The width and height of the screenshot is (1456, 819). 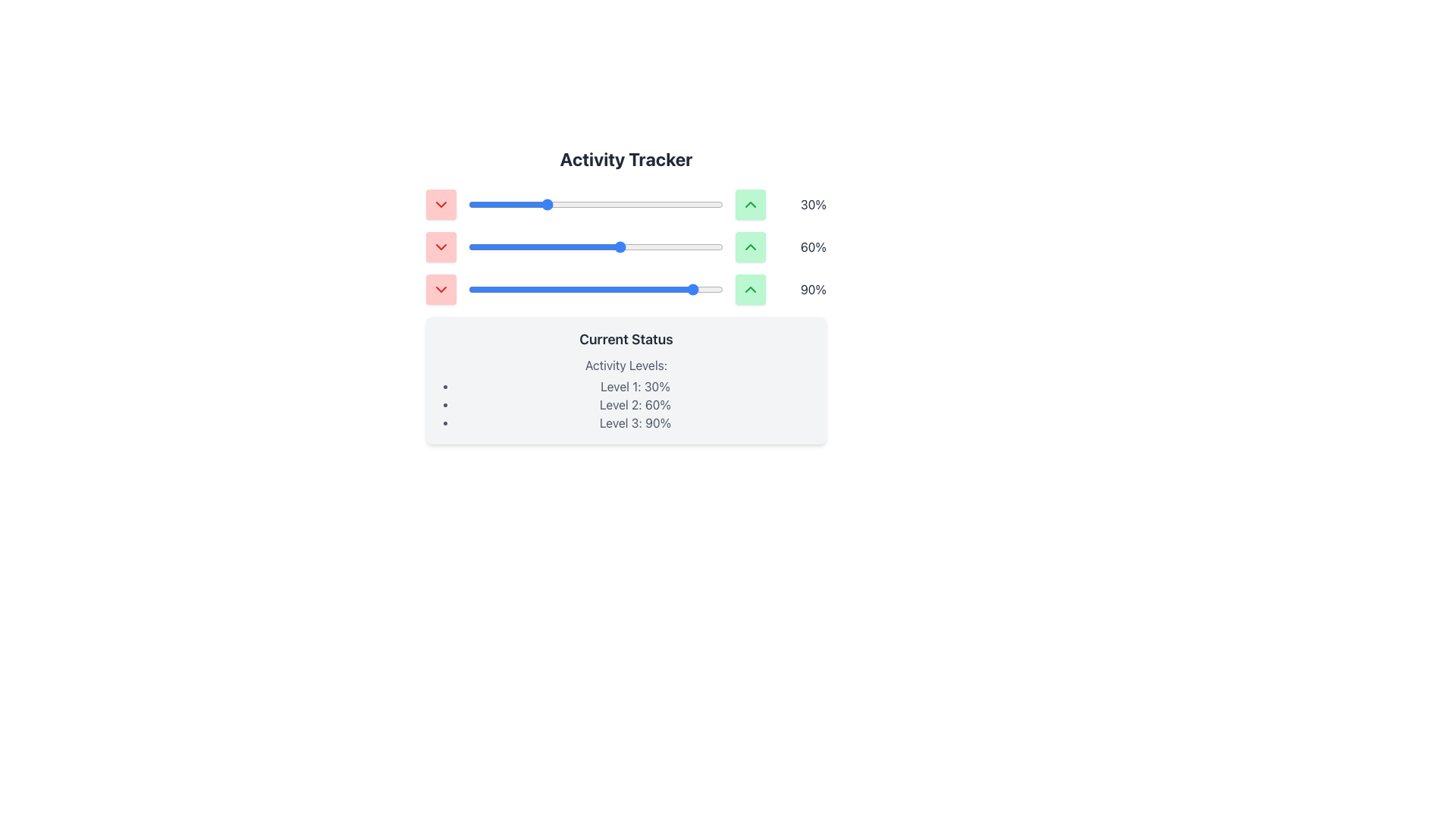 I want to click on the slider value, so click(x=603, y=289).